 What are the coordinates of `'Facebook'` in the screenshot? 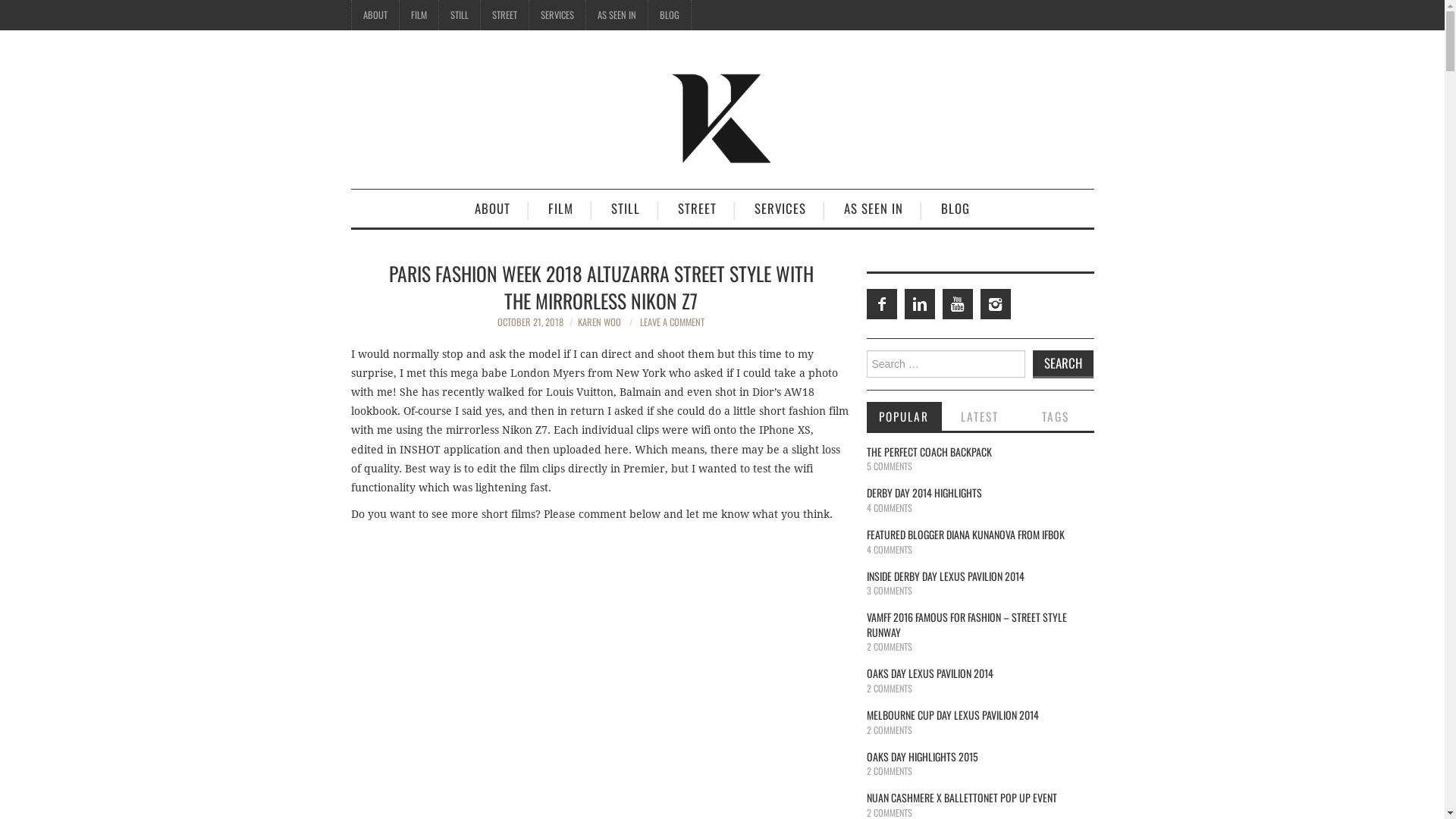 It's located at (866, 304).